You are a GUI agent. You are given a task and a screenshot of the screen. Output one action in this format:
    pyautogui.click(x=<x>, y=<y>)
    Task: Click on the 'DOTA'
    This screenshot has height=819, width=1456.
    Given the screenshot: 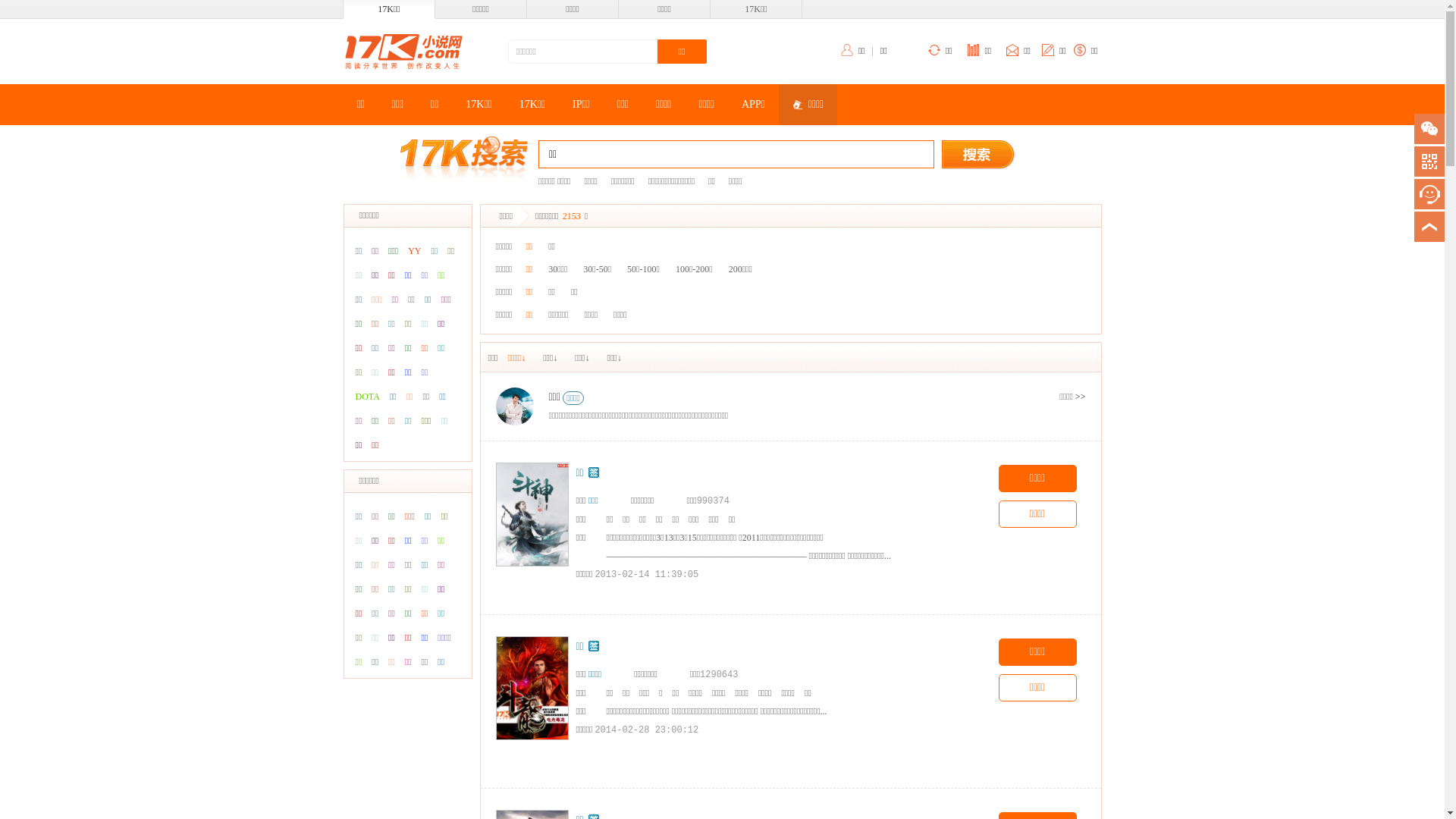 What is the action you would take?
    pyautogui.click(x=367, y=396)
    